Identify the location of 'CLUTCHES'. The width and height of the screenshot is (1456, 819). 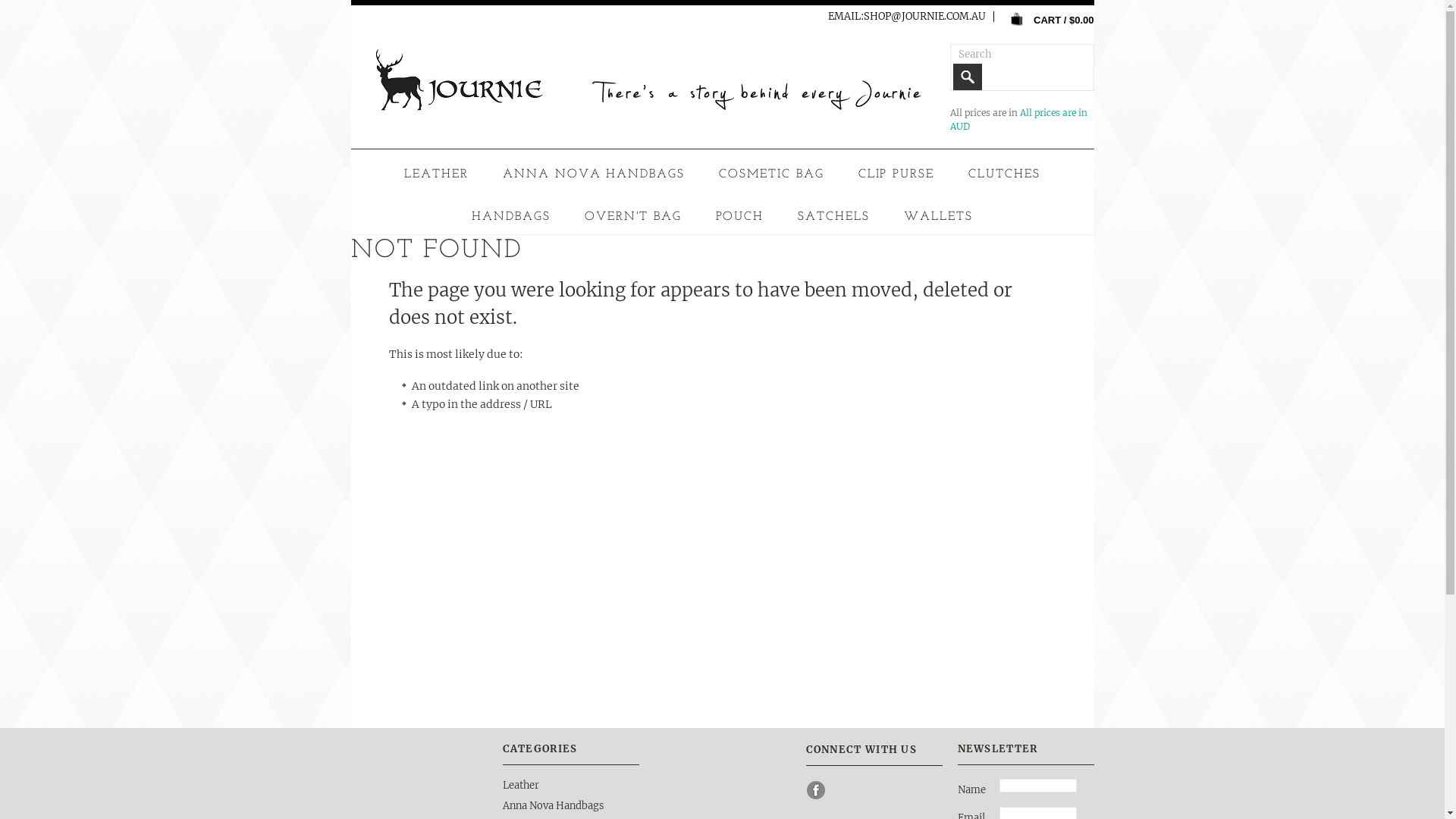
(1004, 174).